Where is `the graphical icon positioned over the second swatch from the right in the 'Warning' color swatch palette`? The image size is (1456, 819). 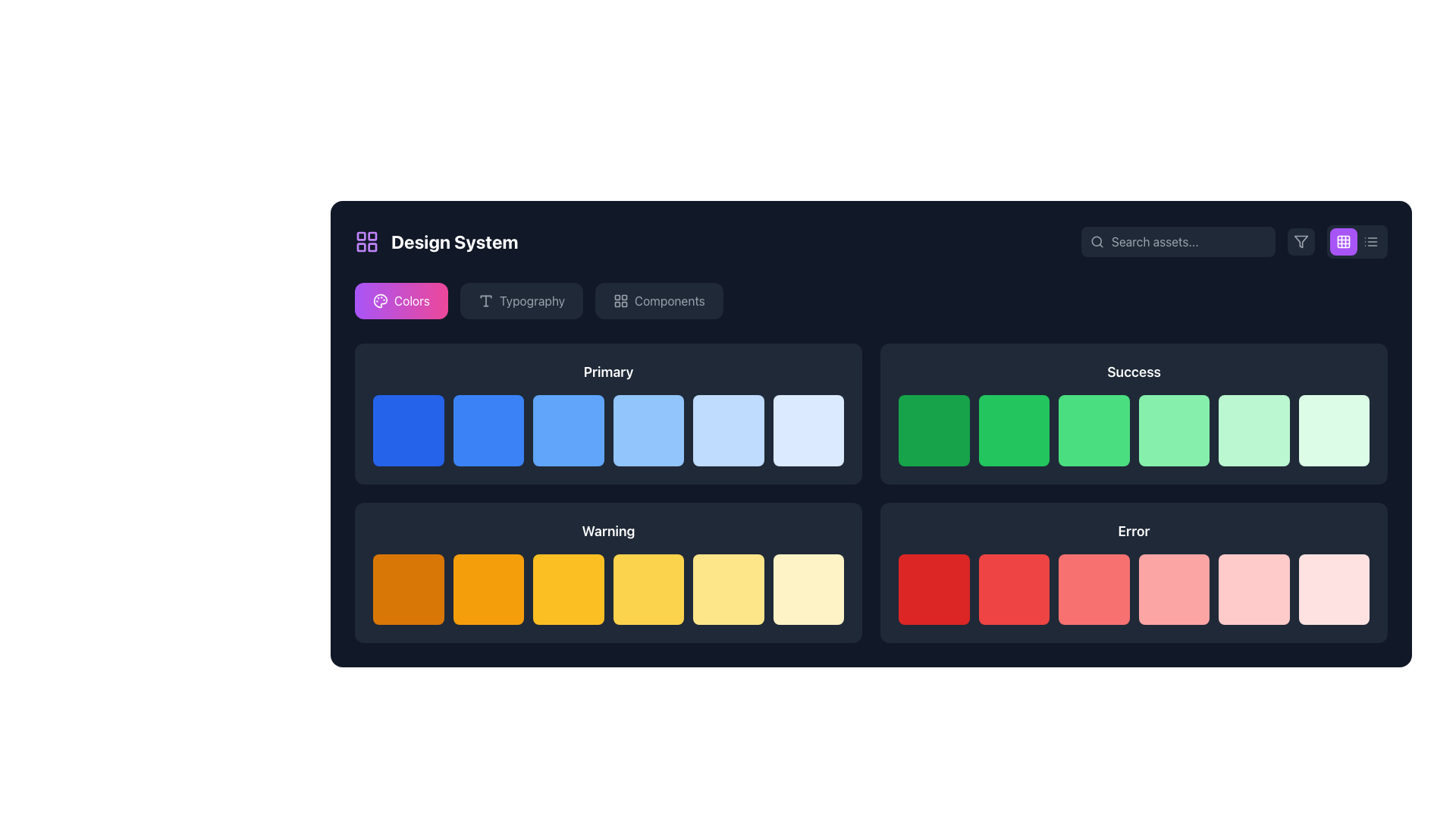
the graphical icon positioned over the second swatch from the right in the 'Warning' color swatch palette is located at coordinates (730, 590).